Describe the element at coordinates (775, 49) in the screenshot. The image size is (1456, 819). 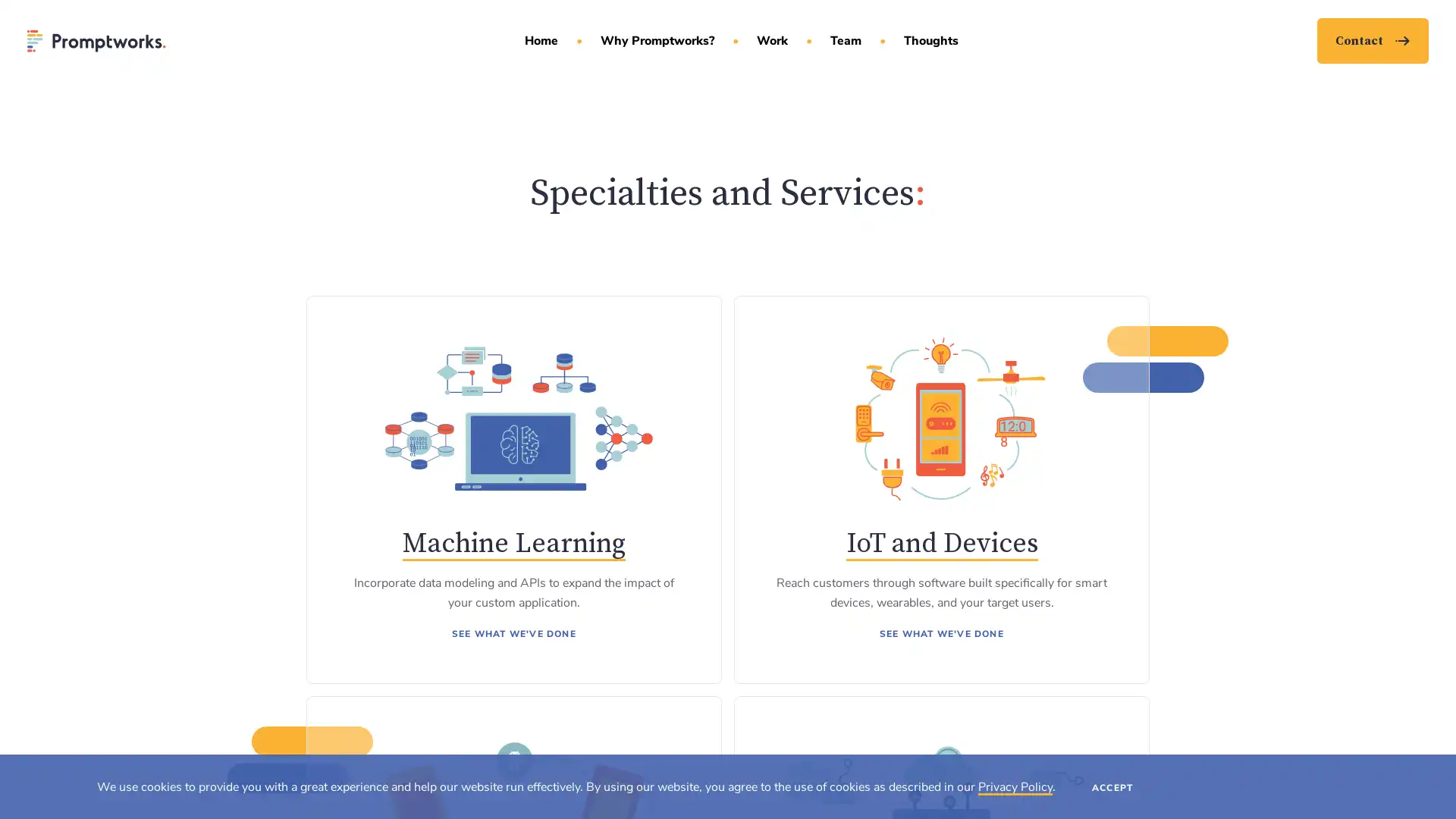
I see `Work` at that location.